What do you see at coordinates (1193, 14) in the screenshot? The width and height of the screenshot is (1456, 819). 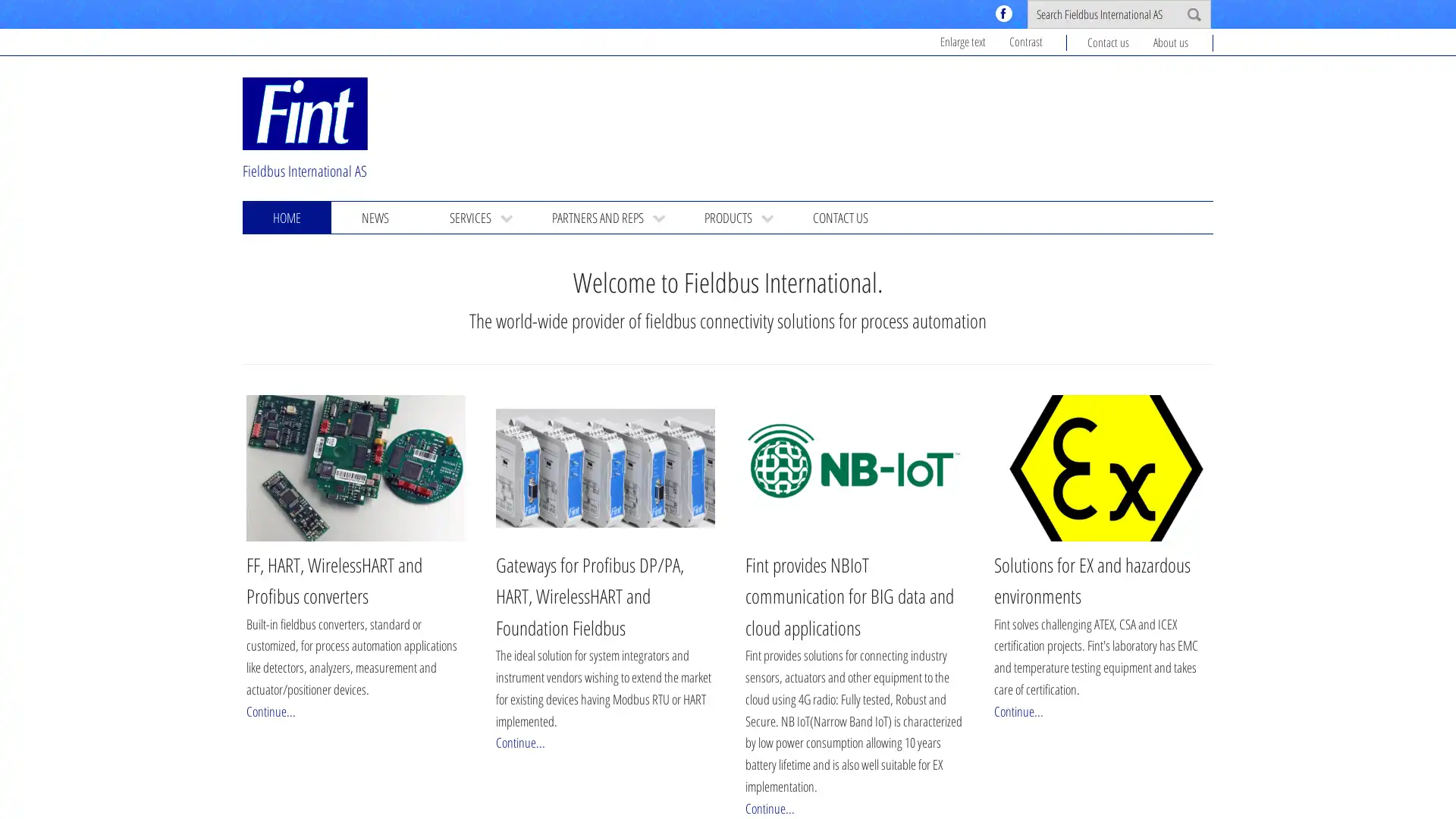 I see `Search` at bounding box center [1193, 14].